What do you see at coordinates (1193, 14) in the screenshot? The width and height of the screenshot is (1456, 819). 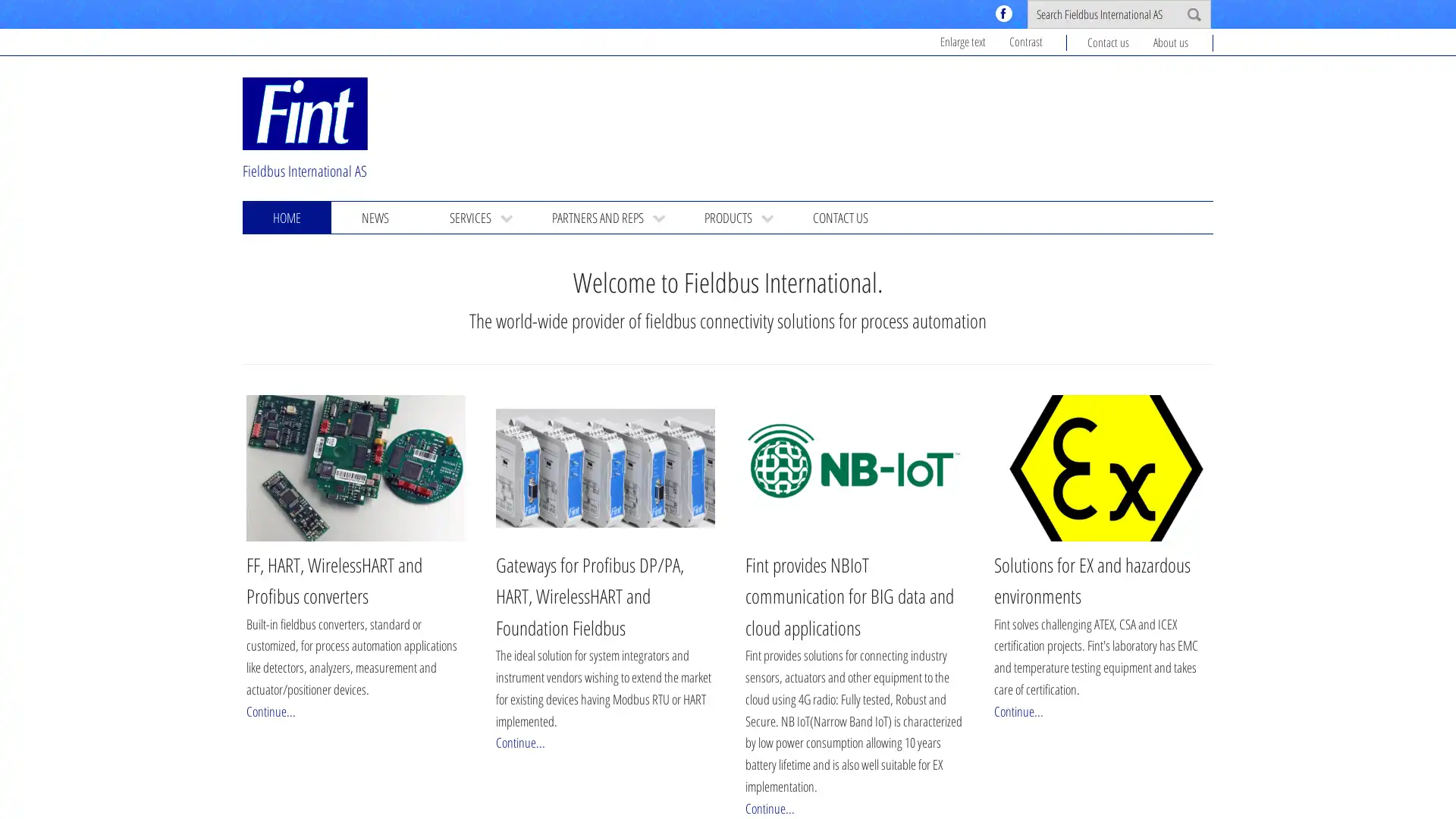 I see `Search` at bounding box center [1193, 14].